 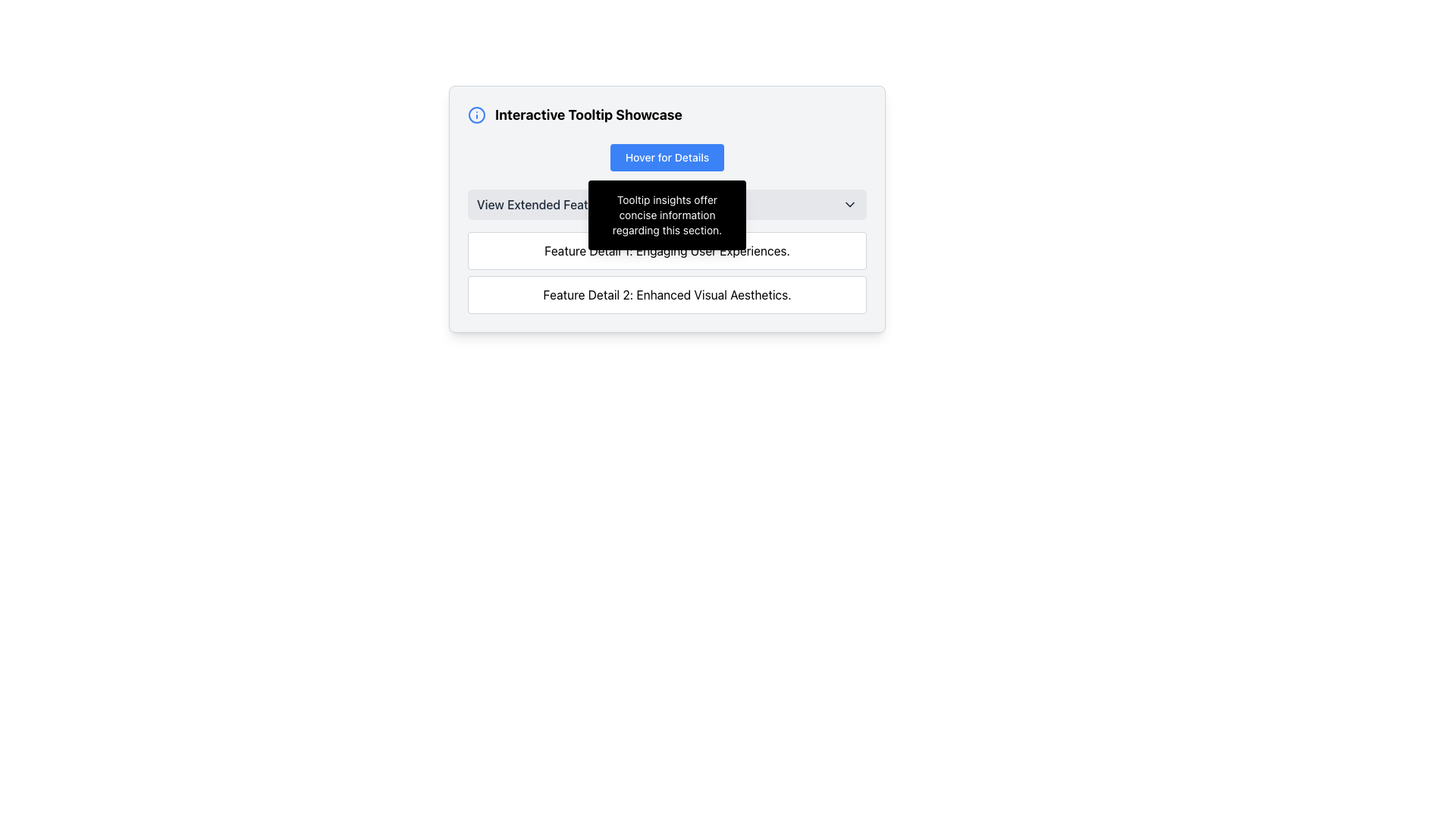 I want to click on the circular icon with an 'i' symbol, styled with a blue stroke, located to the left of the text 'Interactive Tooltip Showcase', so click(x=475, y=114).